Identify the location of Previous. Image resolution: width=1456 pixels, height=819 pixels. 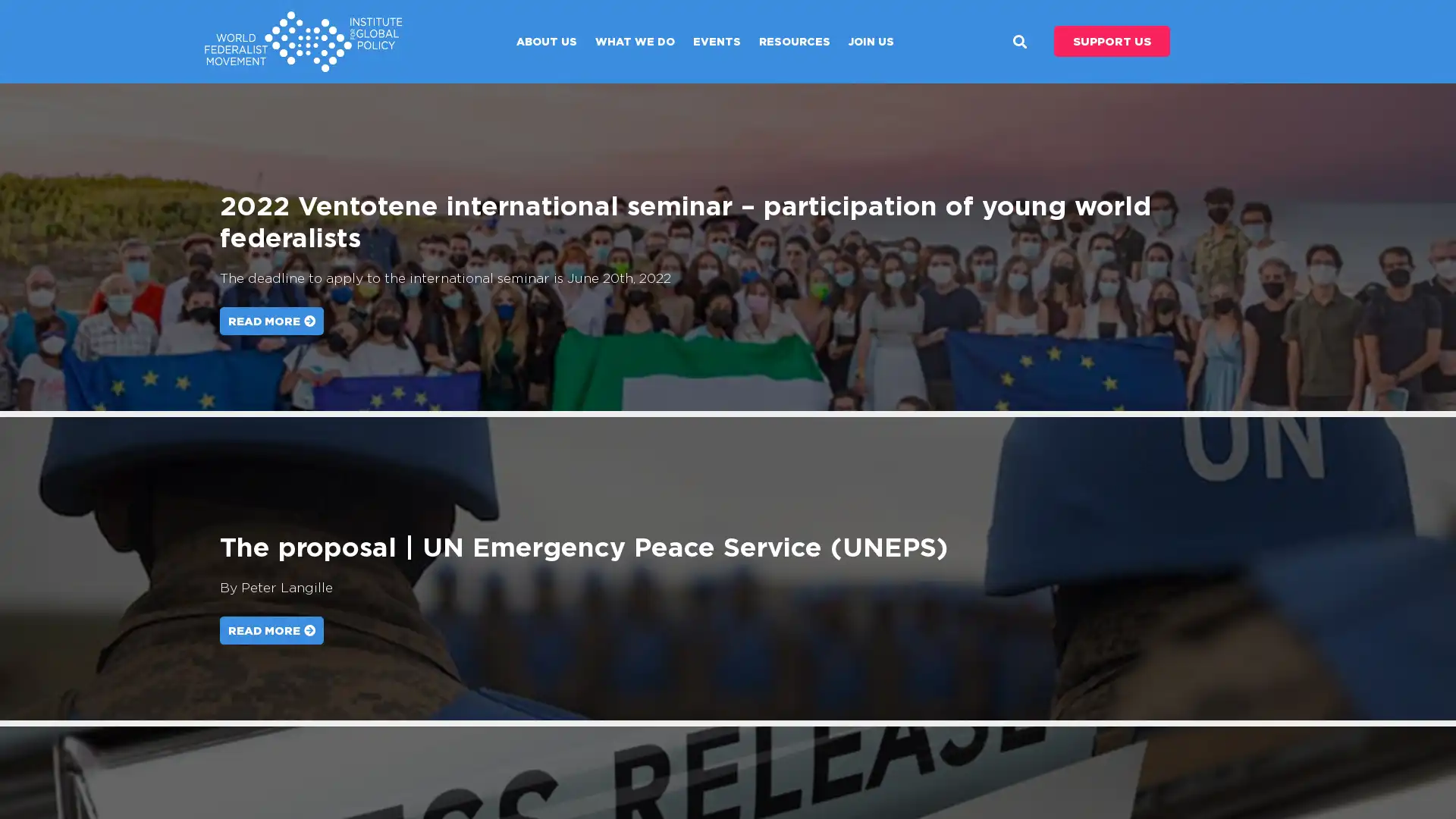
(39, 247).